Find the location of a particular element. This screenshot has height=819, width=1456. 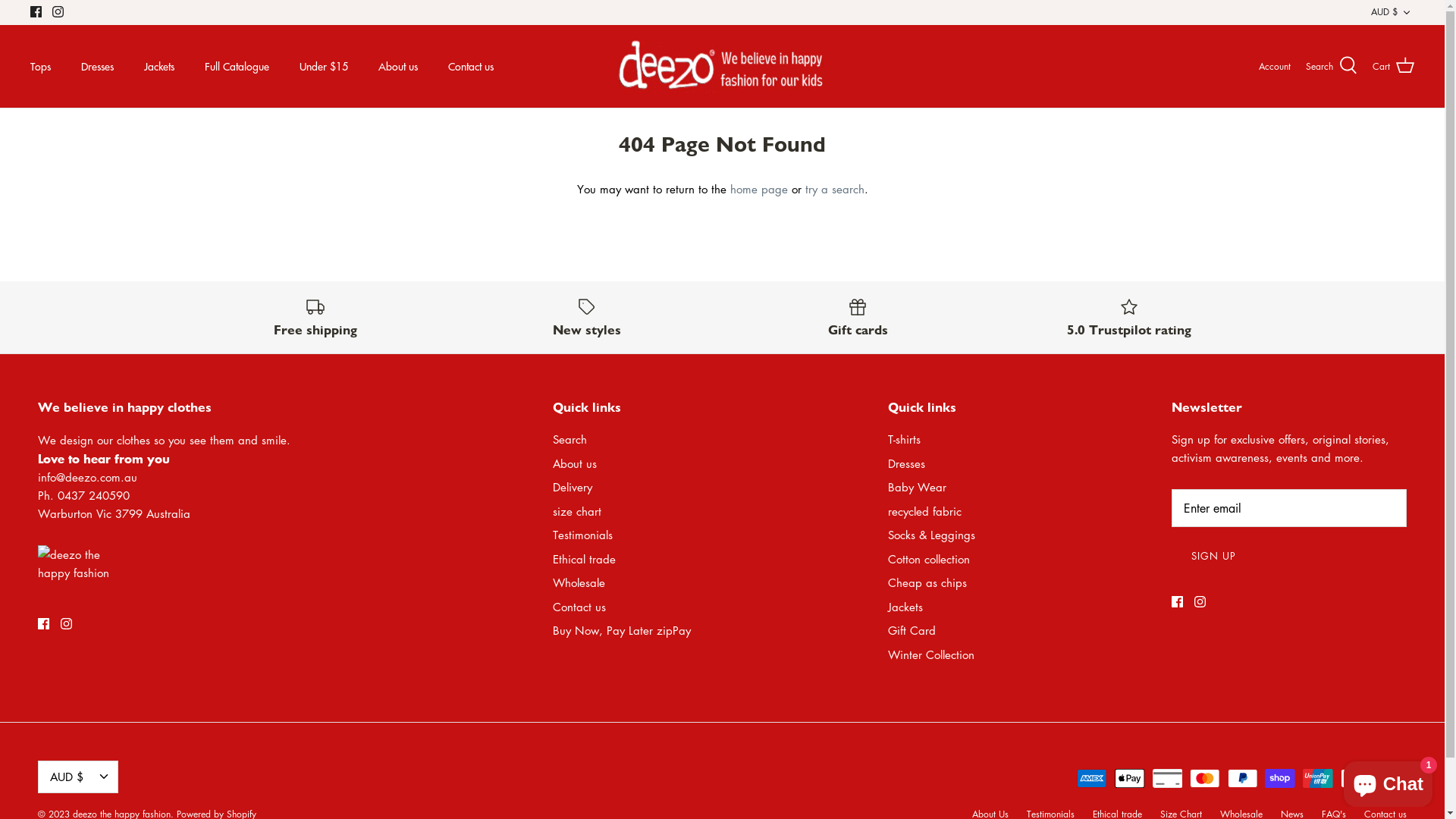

'Account' is located at coordinates (1259, 65).